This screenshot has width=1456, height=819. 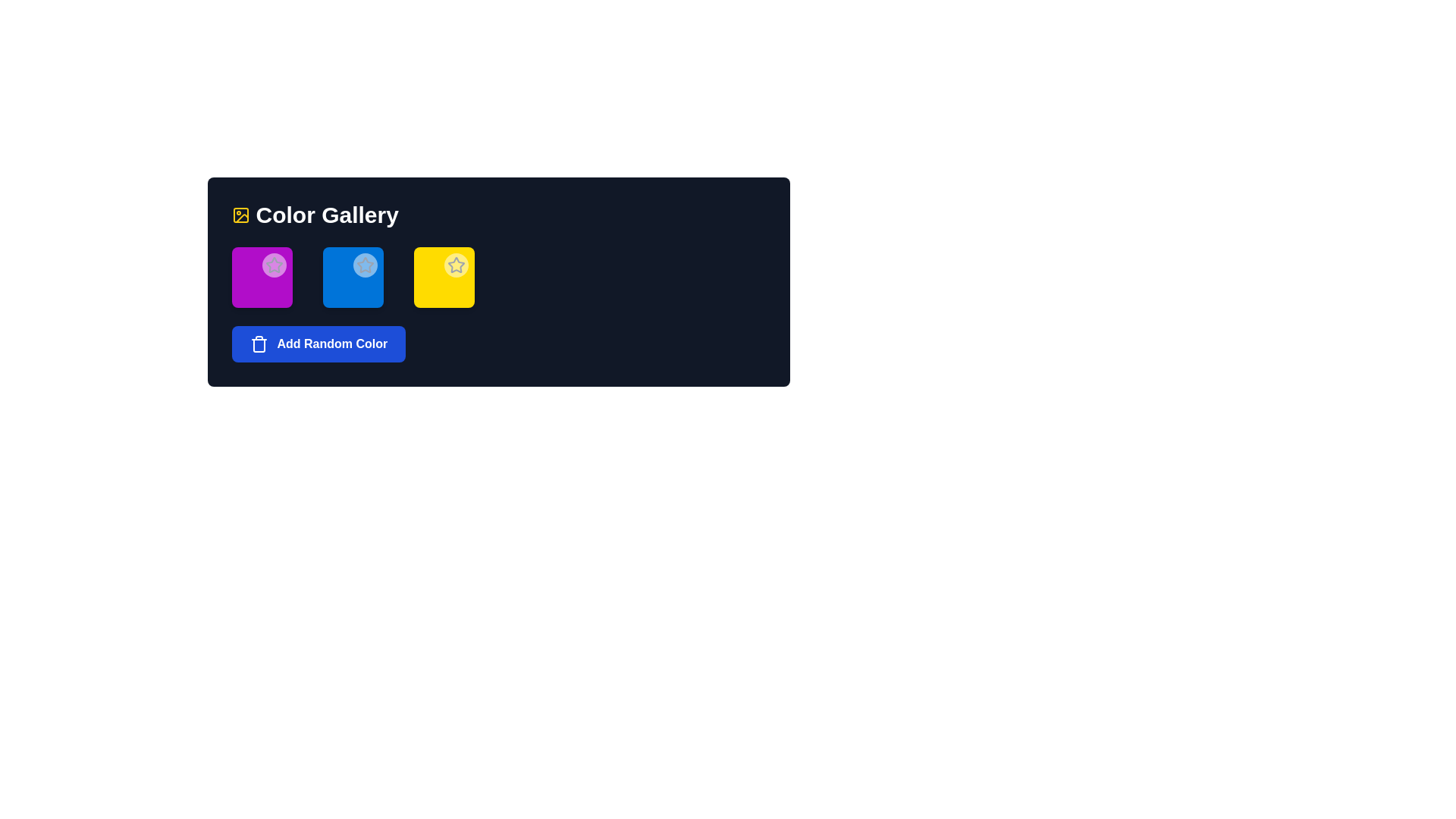 I want to click on the star rating icon located in the top-right corner of the yellow box within the gallery section, so click(x=455, y=265).